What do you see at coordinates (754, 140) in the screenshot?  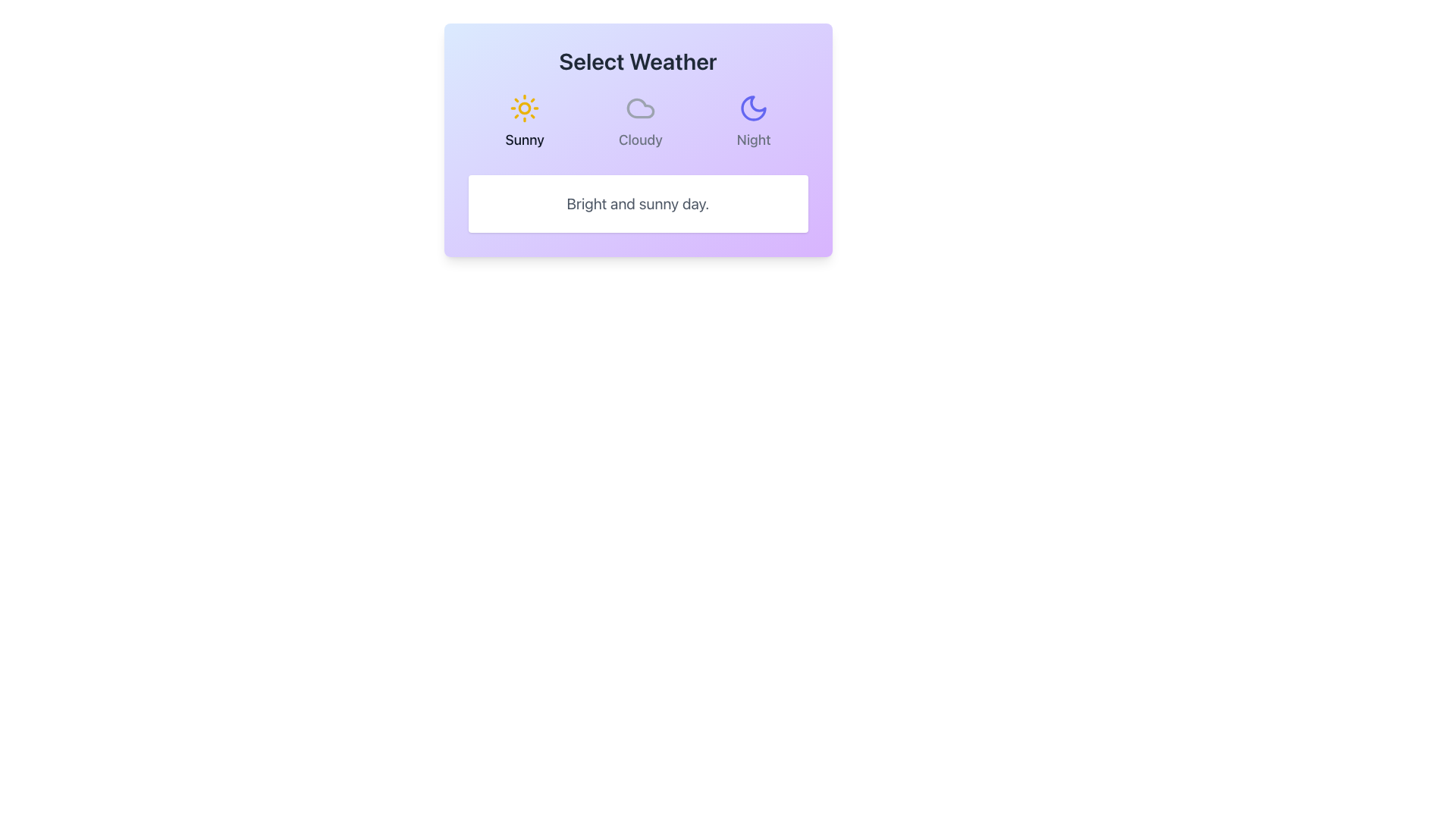 I see `text of the 'Night' label, which is displayed prominently in a bold font under the moon icon in the 'Select Weather' section` at bounding box center [754, 140].